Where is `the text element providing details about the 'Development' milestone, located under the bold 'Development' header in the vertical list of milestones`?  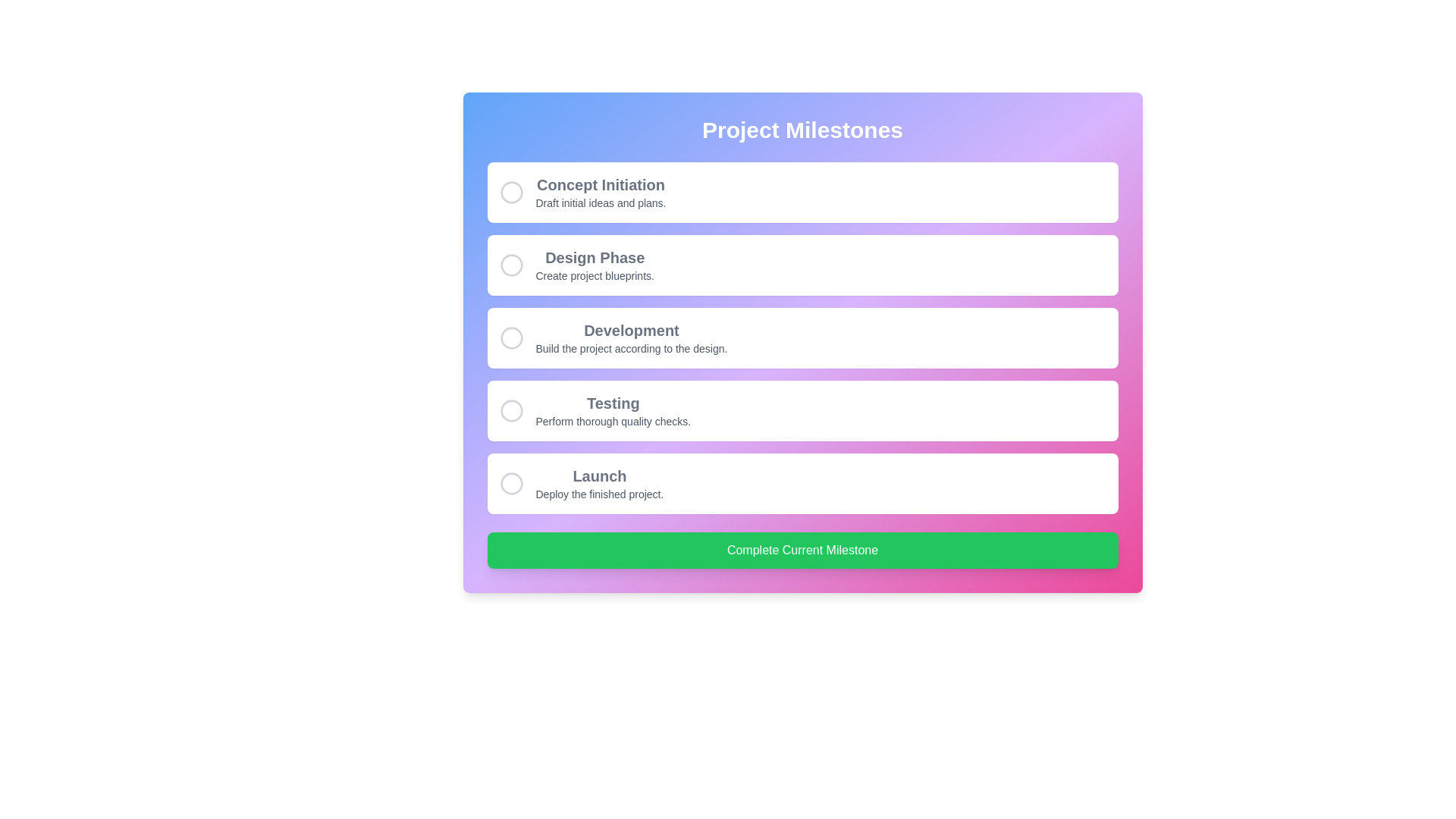 the text element providing details about the 'Development' milestone, located under the bold 'Development' header in the vertical list of milestones is located at coordinates (631, 348).